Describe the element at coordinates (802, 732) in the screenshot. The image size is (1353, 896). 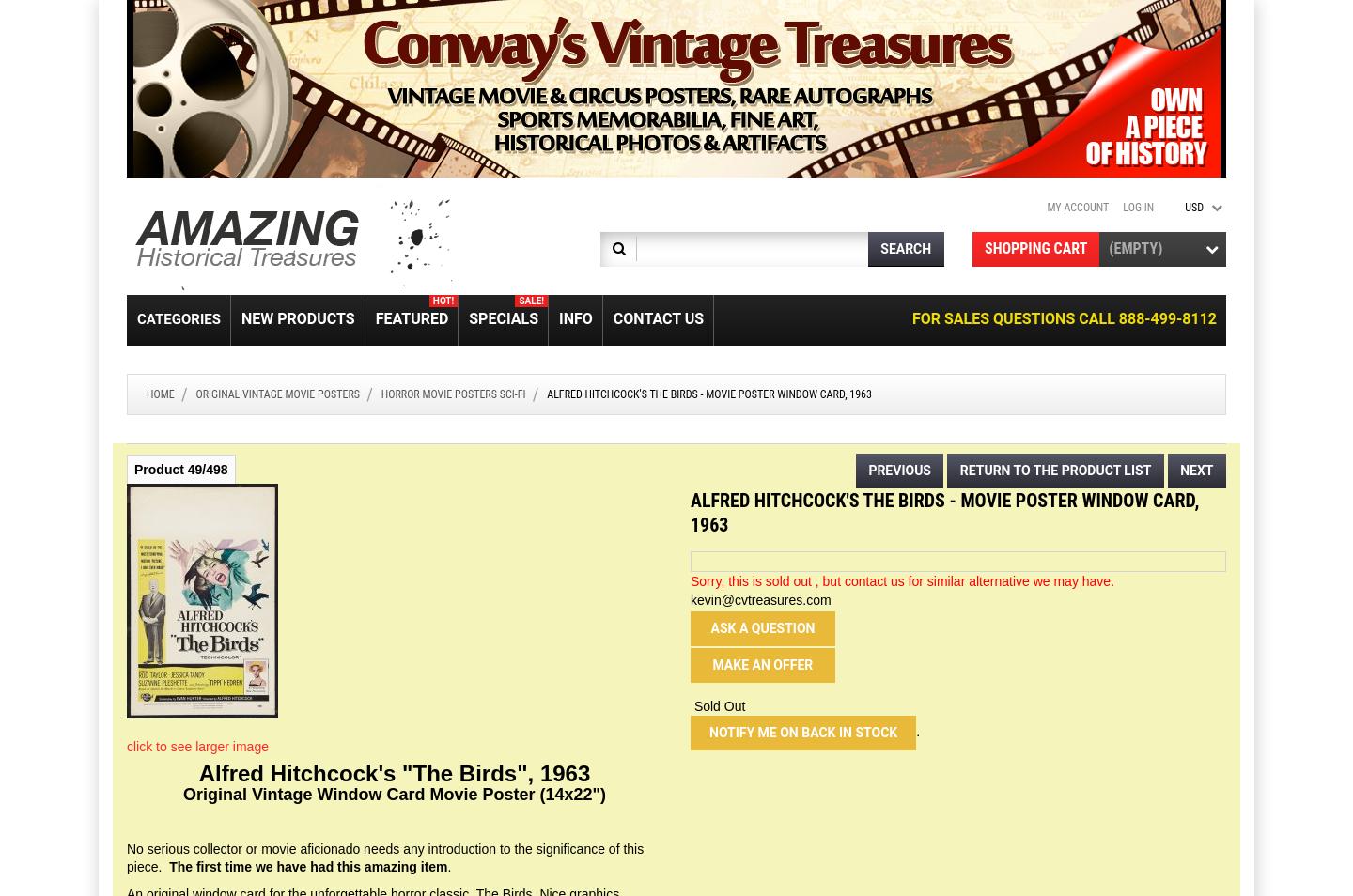
I see `'Notify Me on Back In Stock'` at that location.